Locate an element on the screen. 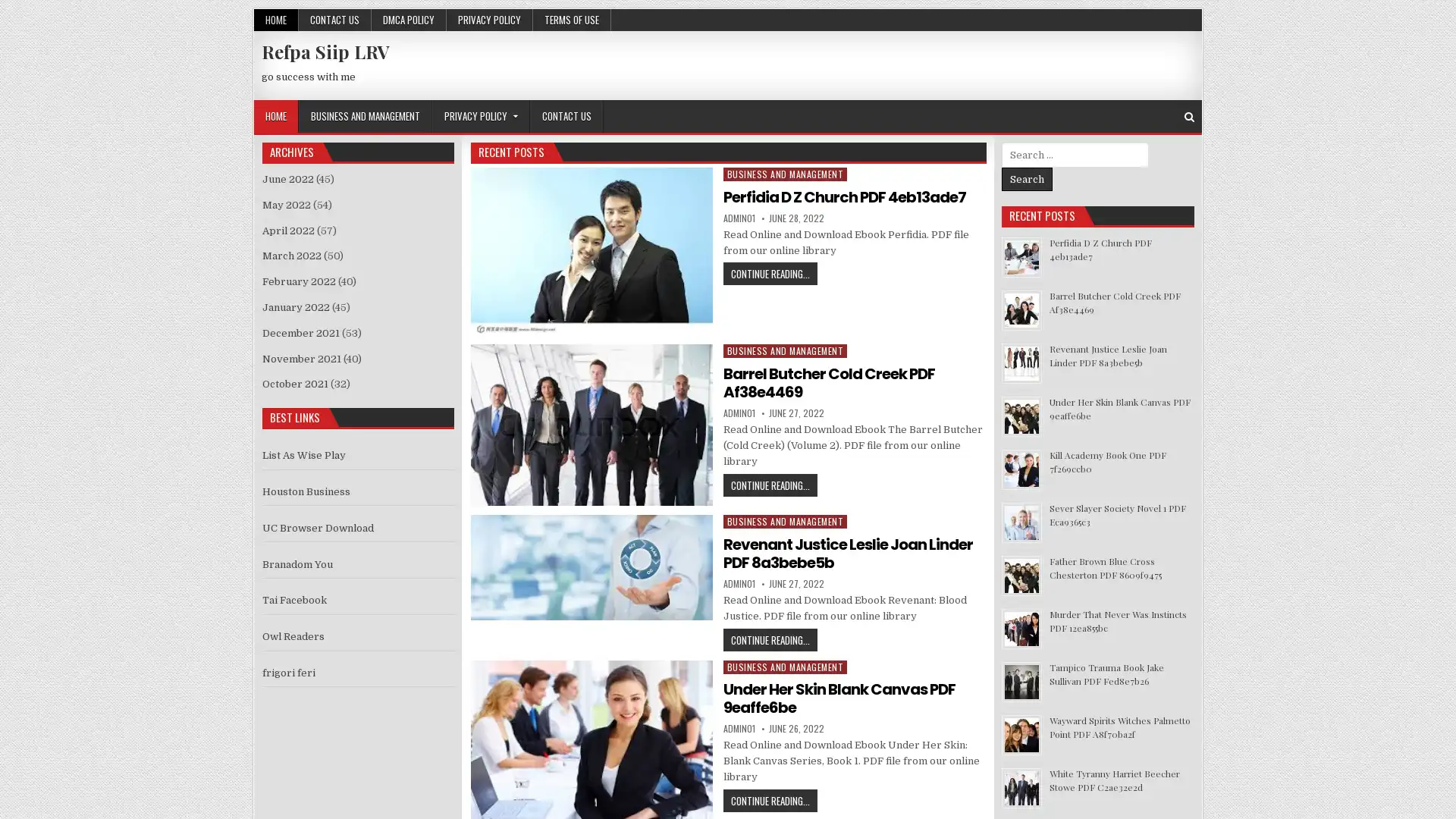 The width and height of the screenshot is (1456, 819). Search is located at coordinates (1027, 178).